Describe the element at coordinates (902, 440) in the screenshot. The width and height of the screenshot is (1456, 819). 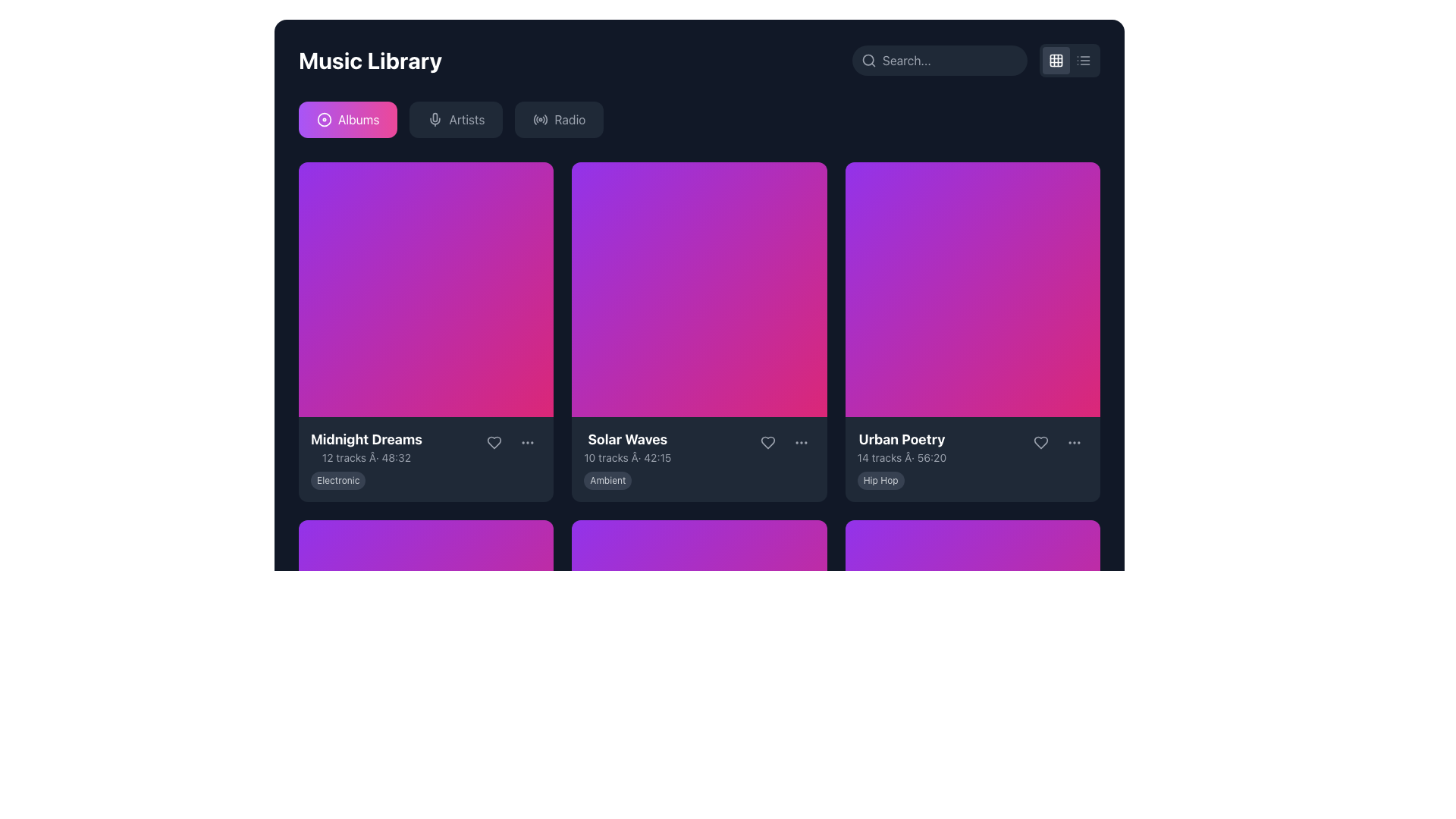
I see `the large white text label 'Urban Poetry'` at that location.